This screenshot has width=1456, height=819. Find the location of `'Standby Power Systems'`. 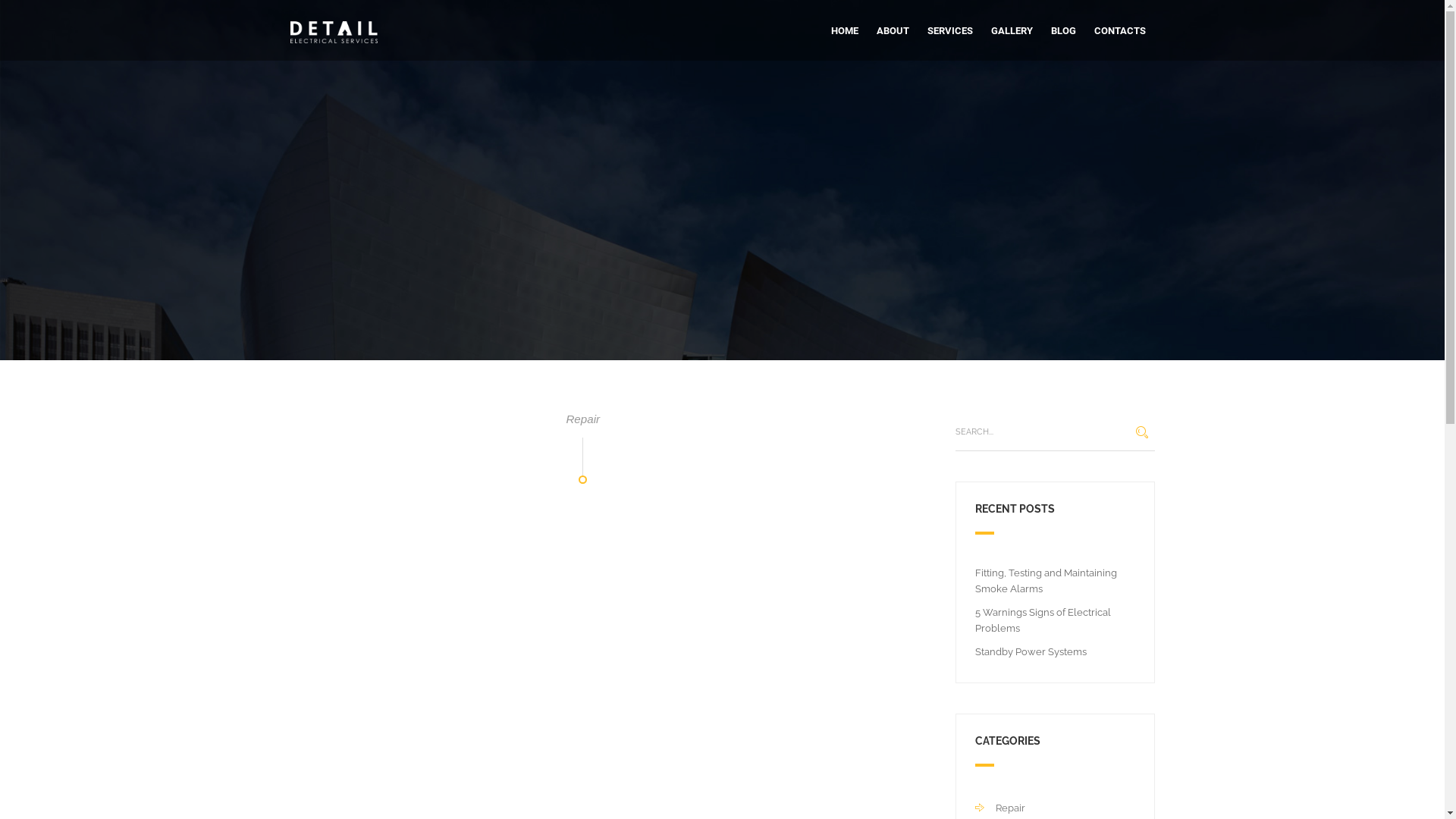

'Standby Power Systems' is located at coordinates (1031, 651).